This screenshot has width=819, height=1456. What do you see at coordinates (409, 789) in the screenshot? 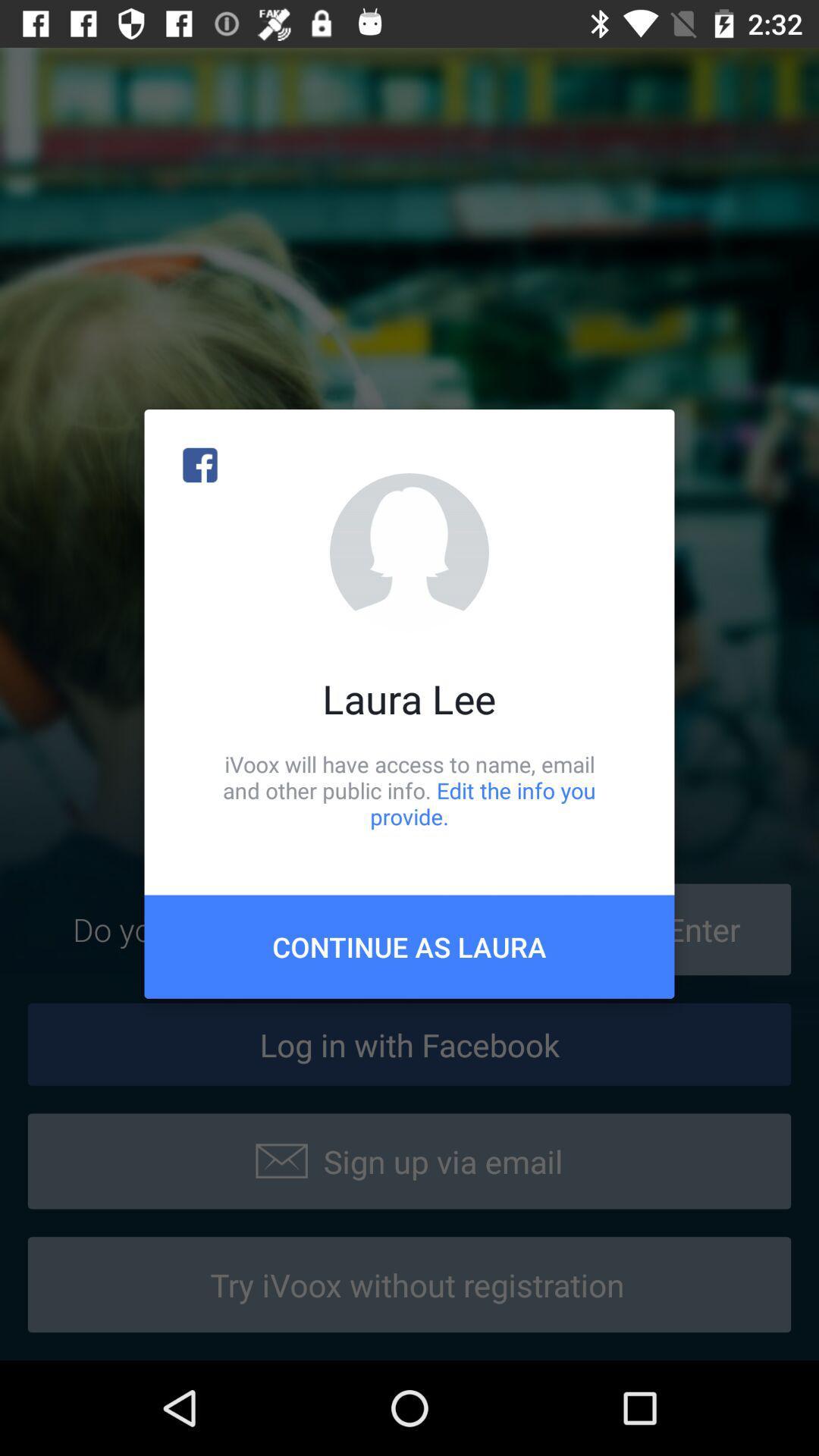
I see `icon below the laura lee item` at bounding box center [409, 789].